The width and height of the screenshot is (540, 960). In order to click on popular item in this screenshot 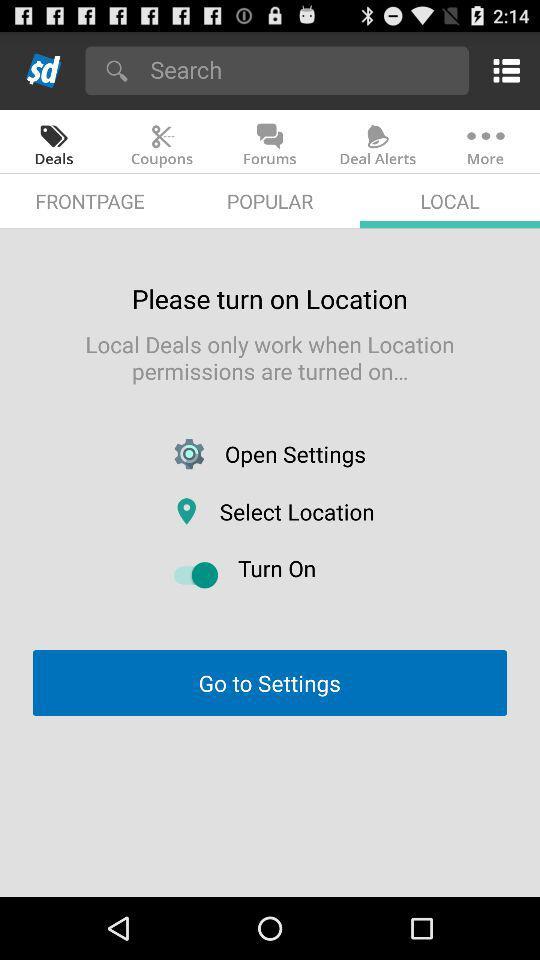, I will do `click(270, 201)`.